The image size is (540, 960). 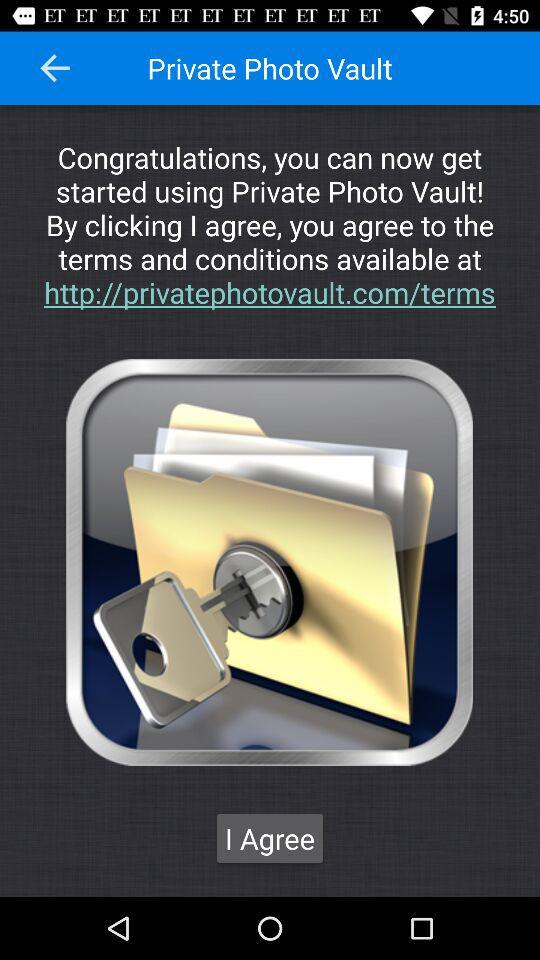 What do you see at coordinates (55, 68) in the screenshot?
I see `the icon next to private photo vault icon` at bounding box center [55, 68].